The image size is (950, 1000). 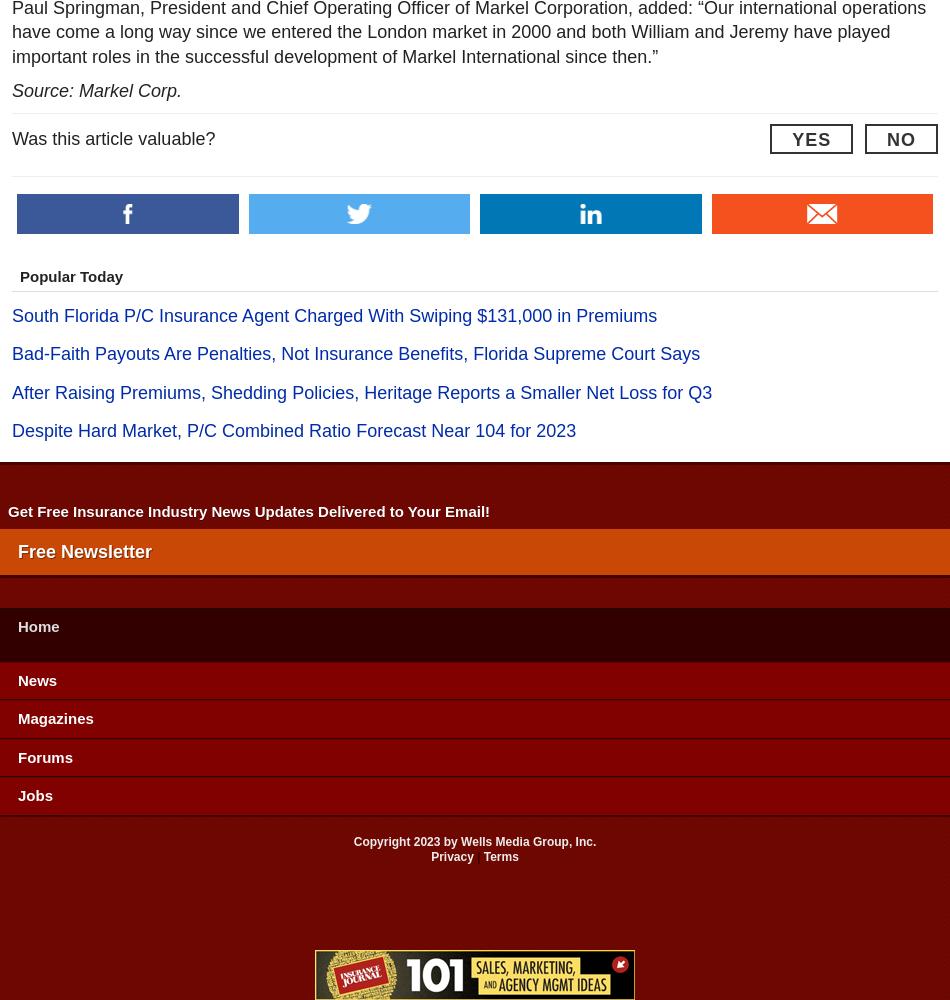 What do you see at coordinates (11, 315) in the screenshot?
I see `'South Florida P/C Insurance Agent Charged With Swiping $131,000 in Premiums'` at bounding box center [11, 315].